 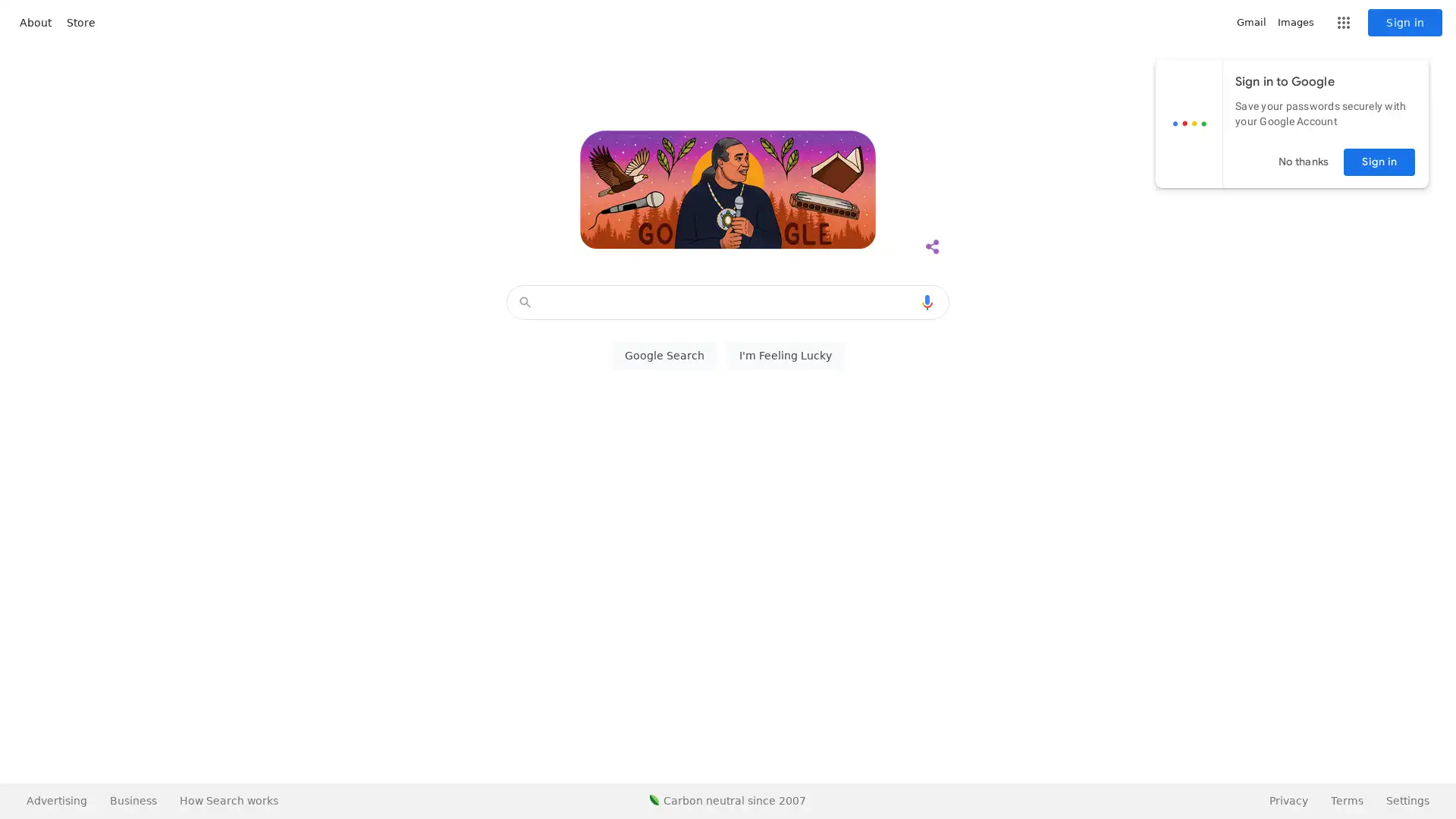 What do you see at coordinates (1343, 23) in the screenshot?
I see `Google apps` at bounding box center [1343, 23].